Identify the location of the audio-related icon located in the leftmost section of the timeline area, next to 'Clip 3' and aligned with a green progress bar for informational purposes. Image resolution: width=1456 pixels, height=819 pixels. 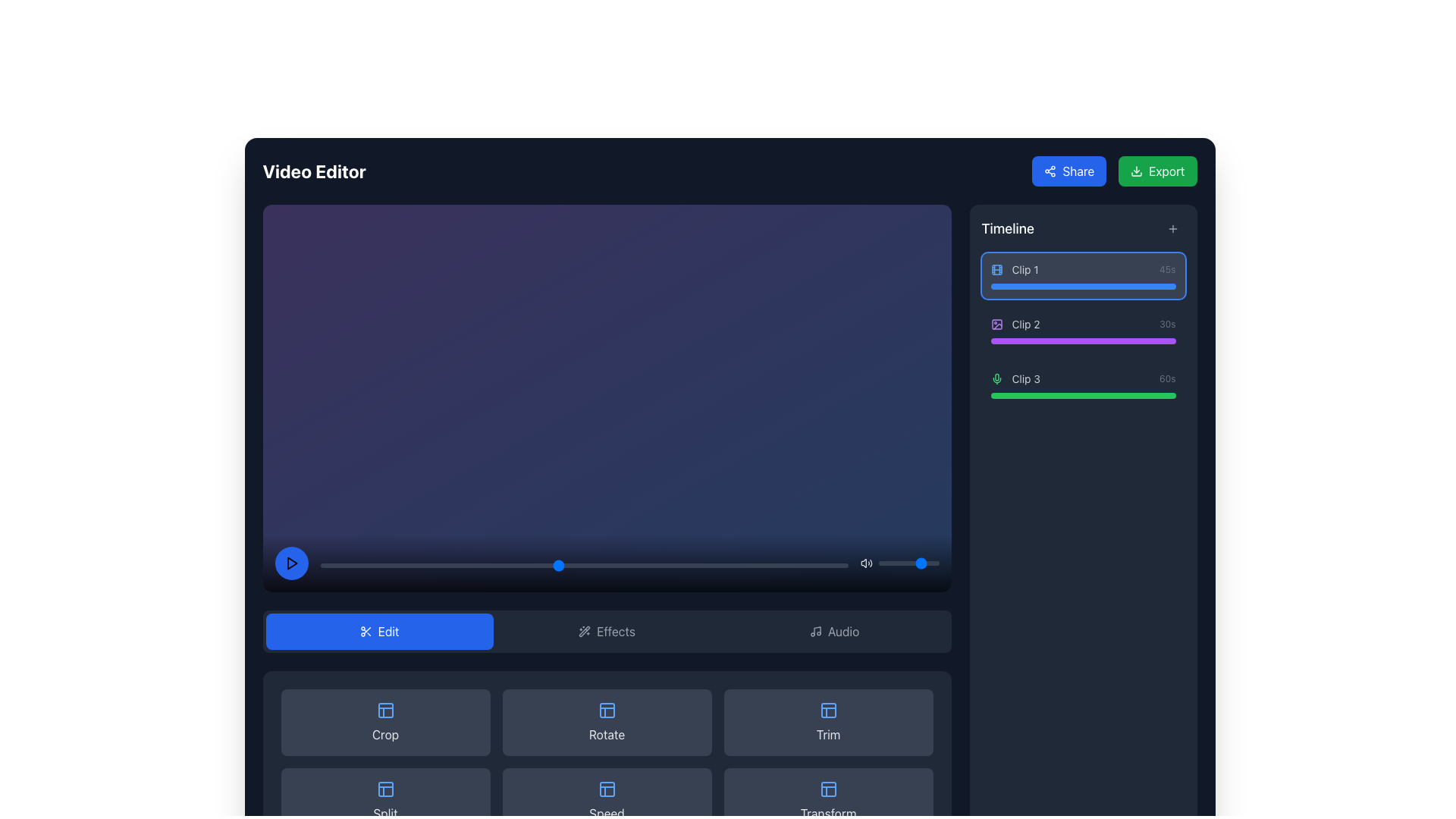
(996, 378).